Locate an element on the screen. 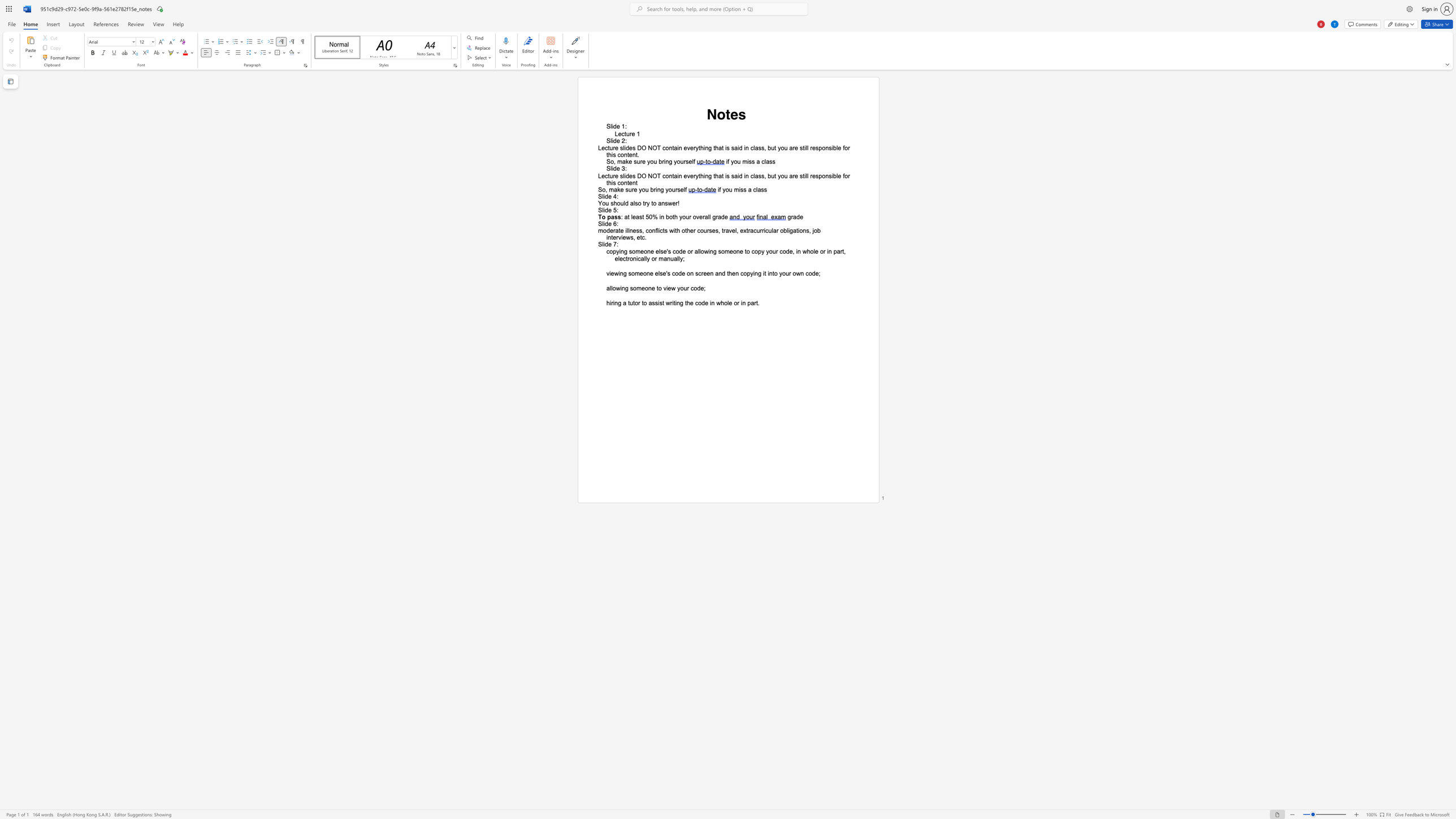  the space between the continuous character "e" and "l" in the text is located at coordinates (735, 230).